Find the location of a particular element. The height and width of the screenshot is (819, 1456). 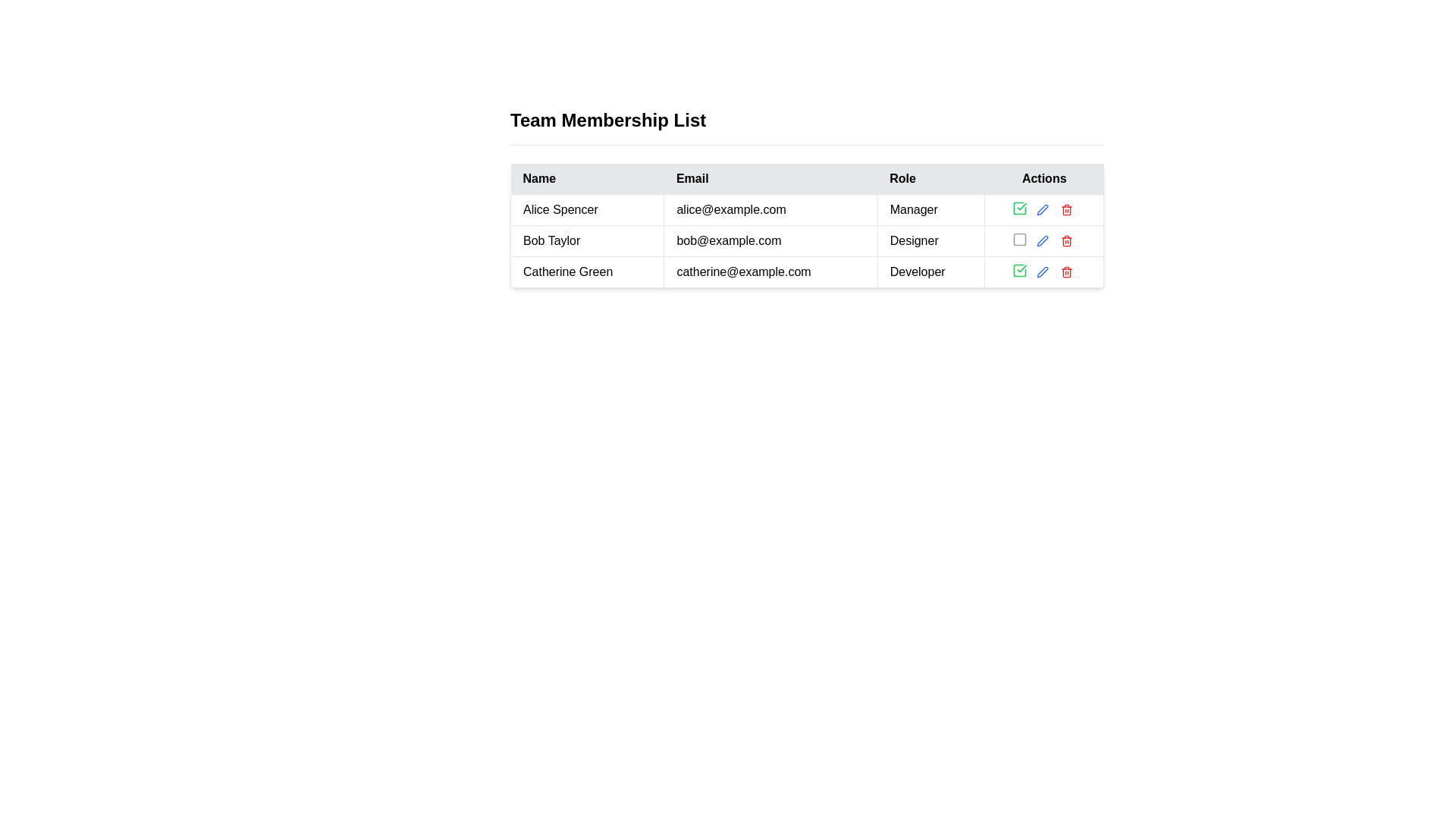

the text of the Data Table that lists team membership details including Name, Email, Role, and Actions is located at coordinates (806, 197).